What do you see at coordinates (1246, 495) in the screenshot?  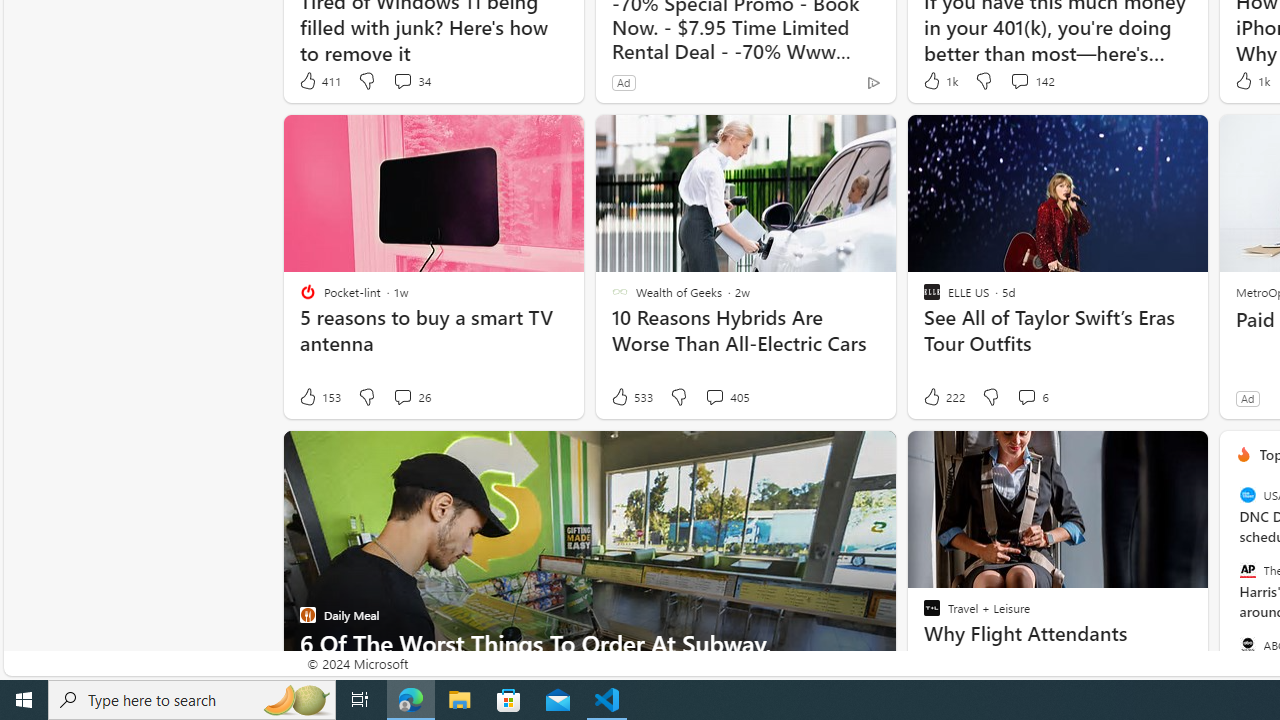 I see `'USA TODAY'` at bounding box center [1246, 495].